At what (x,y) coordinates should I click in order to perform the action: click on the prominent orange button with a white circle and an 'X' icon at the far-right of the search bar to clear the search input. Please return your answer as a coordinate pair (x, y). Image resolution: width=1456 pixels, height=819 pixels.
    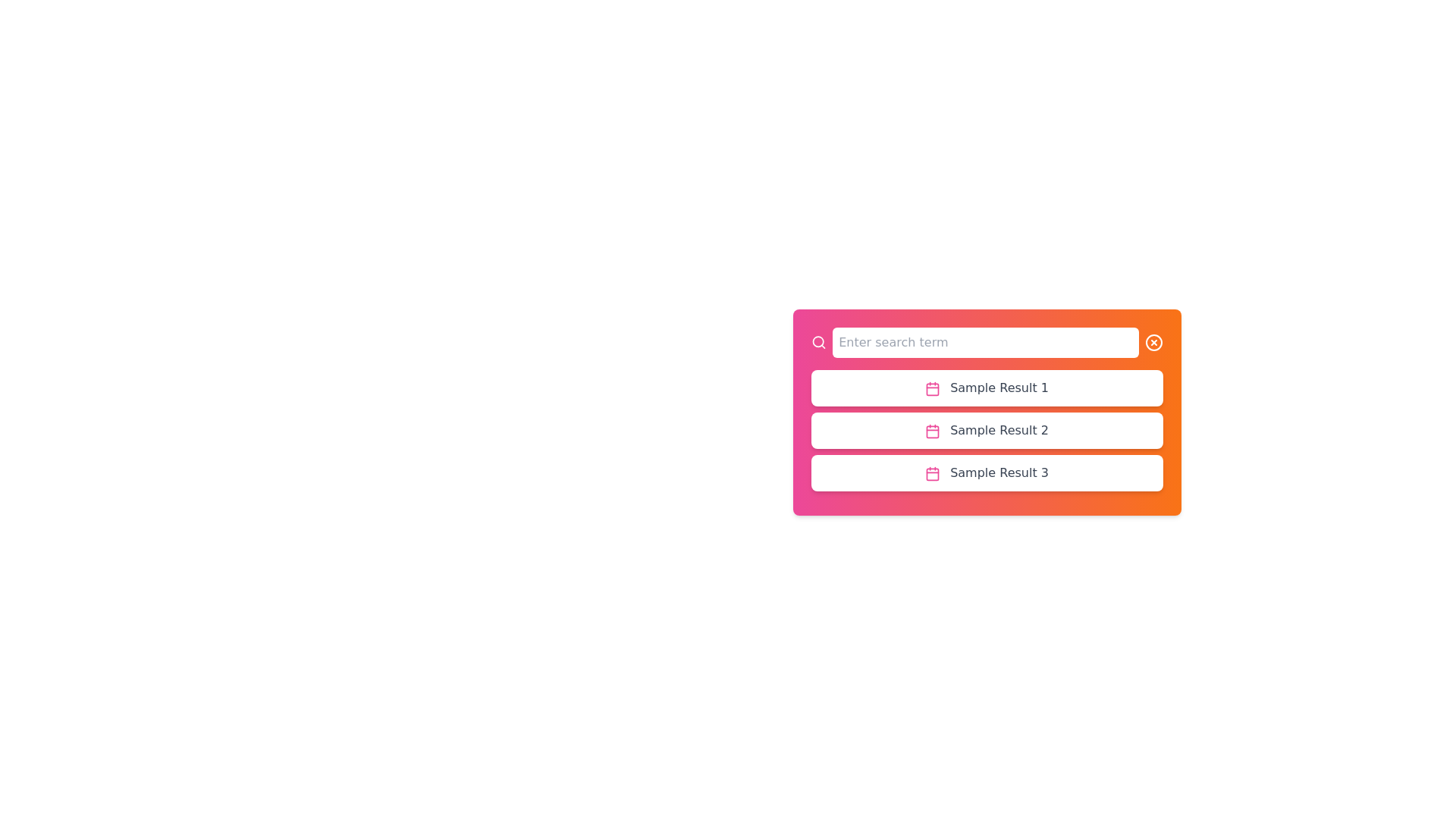
    Looking at the image, I should click on (1153, 342).